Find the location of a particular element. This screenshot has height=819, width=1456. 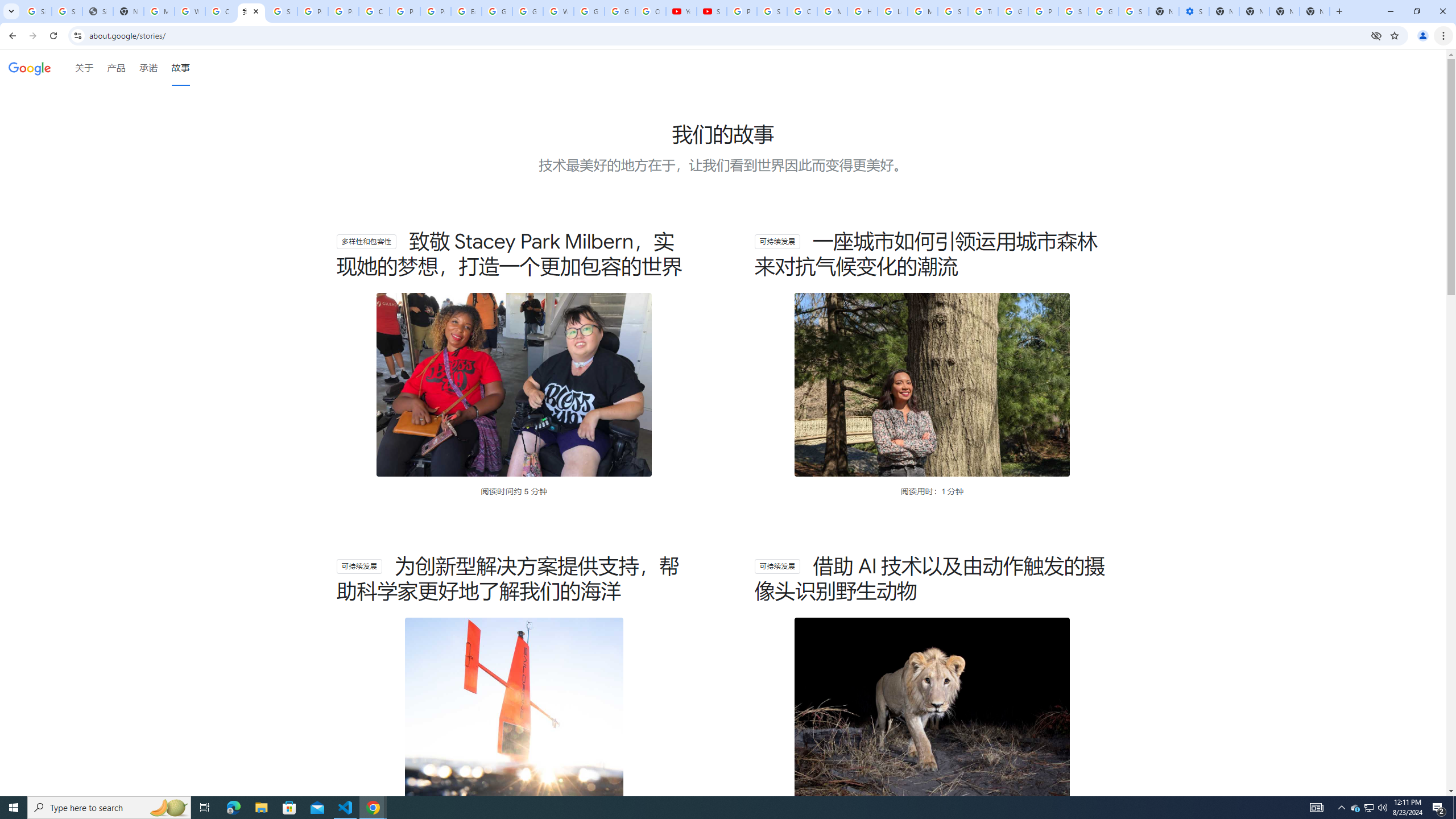

'Subscriptions - YouTube' is located at coordinates (712, 11).